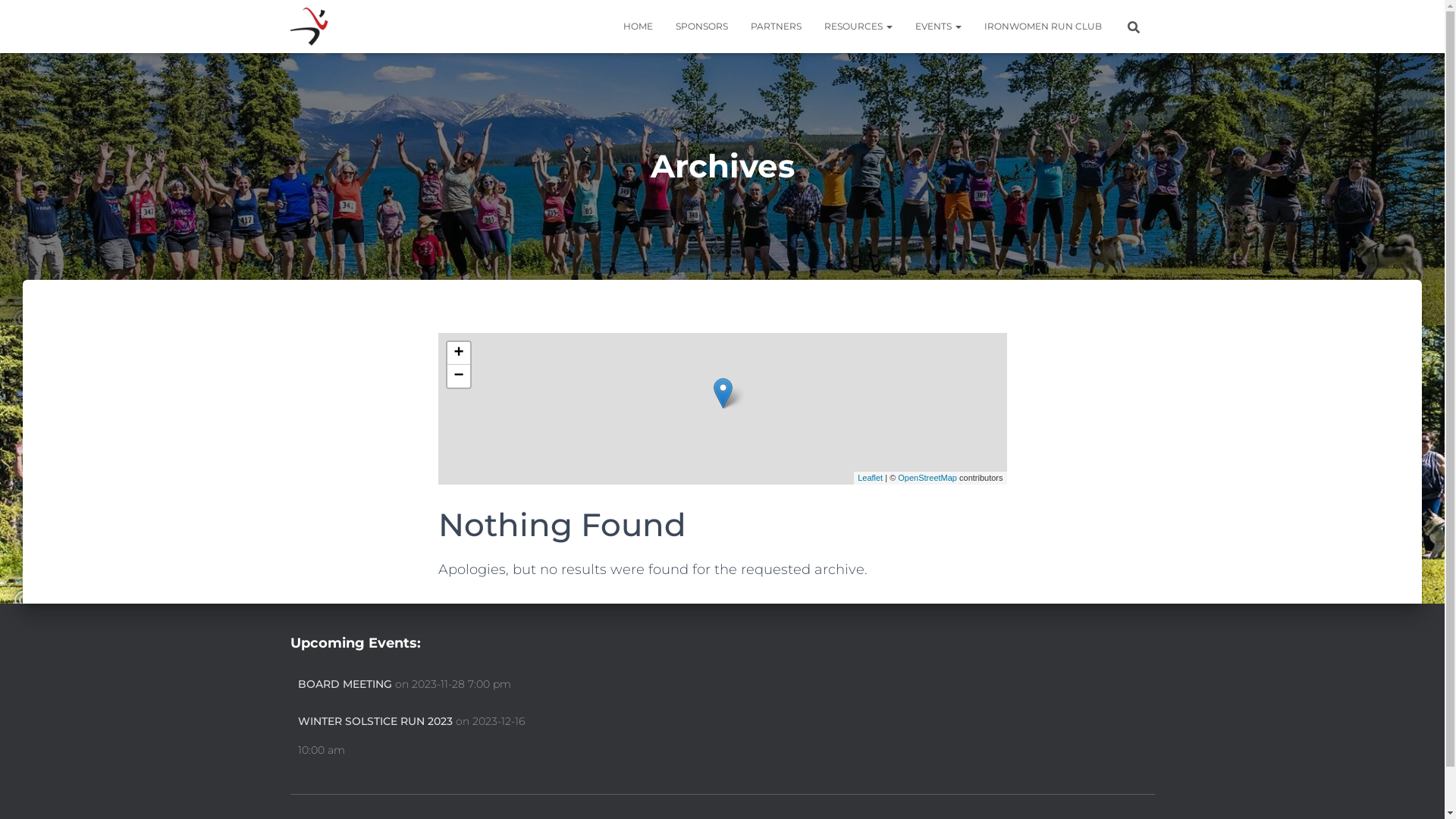  I want to click on 'HOME', so click(637, 26).